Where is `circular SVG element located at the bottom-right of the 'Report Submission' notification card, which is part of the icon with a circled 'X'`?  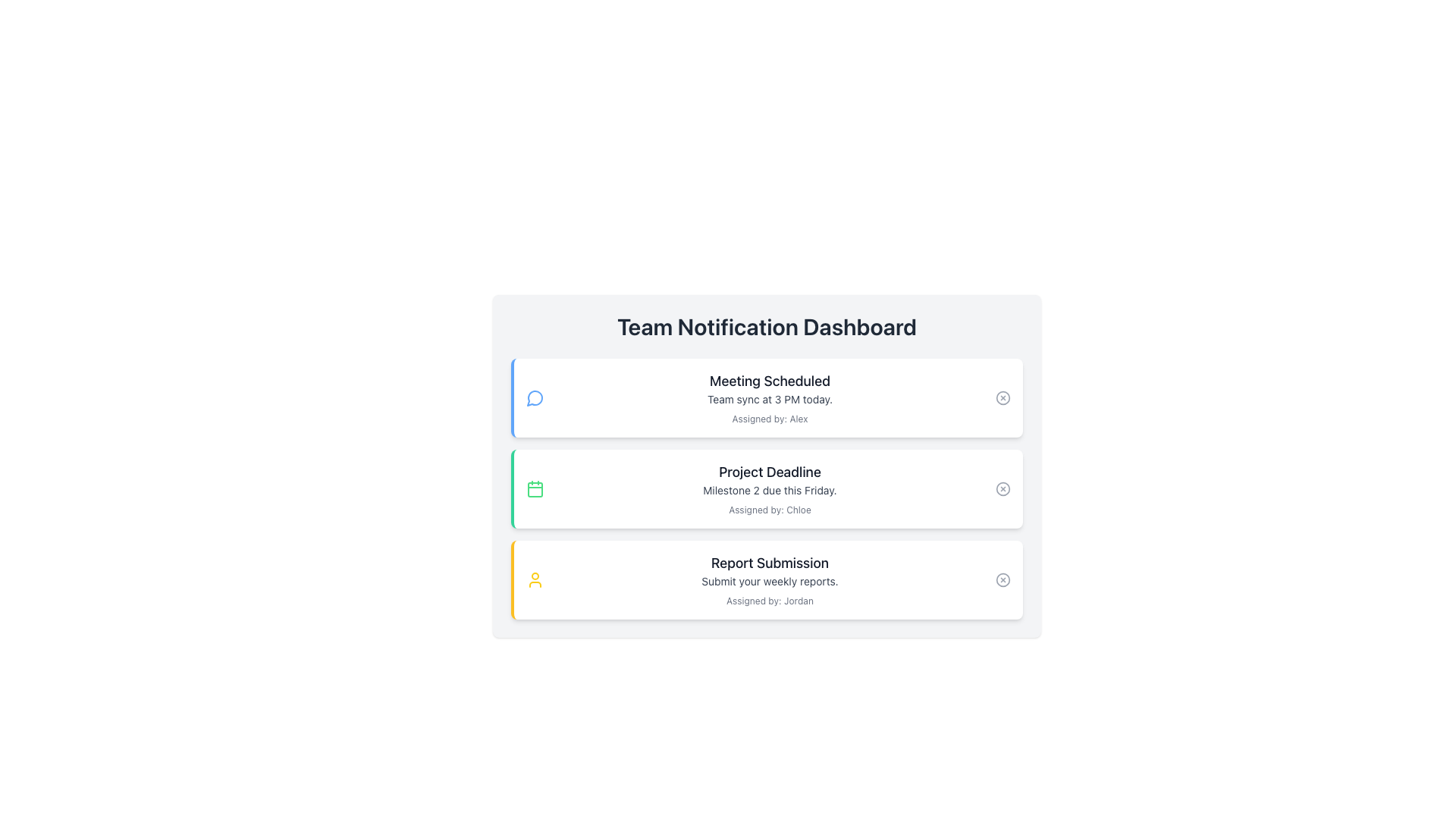
circular SVG element located at the bottom-right of the 'Report Submission' notification card, which is part of the icon with a circled 'X' is located at coordinates (1003, 579).